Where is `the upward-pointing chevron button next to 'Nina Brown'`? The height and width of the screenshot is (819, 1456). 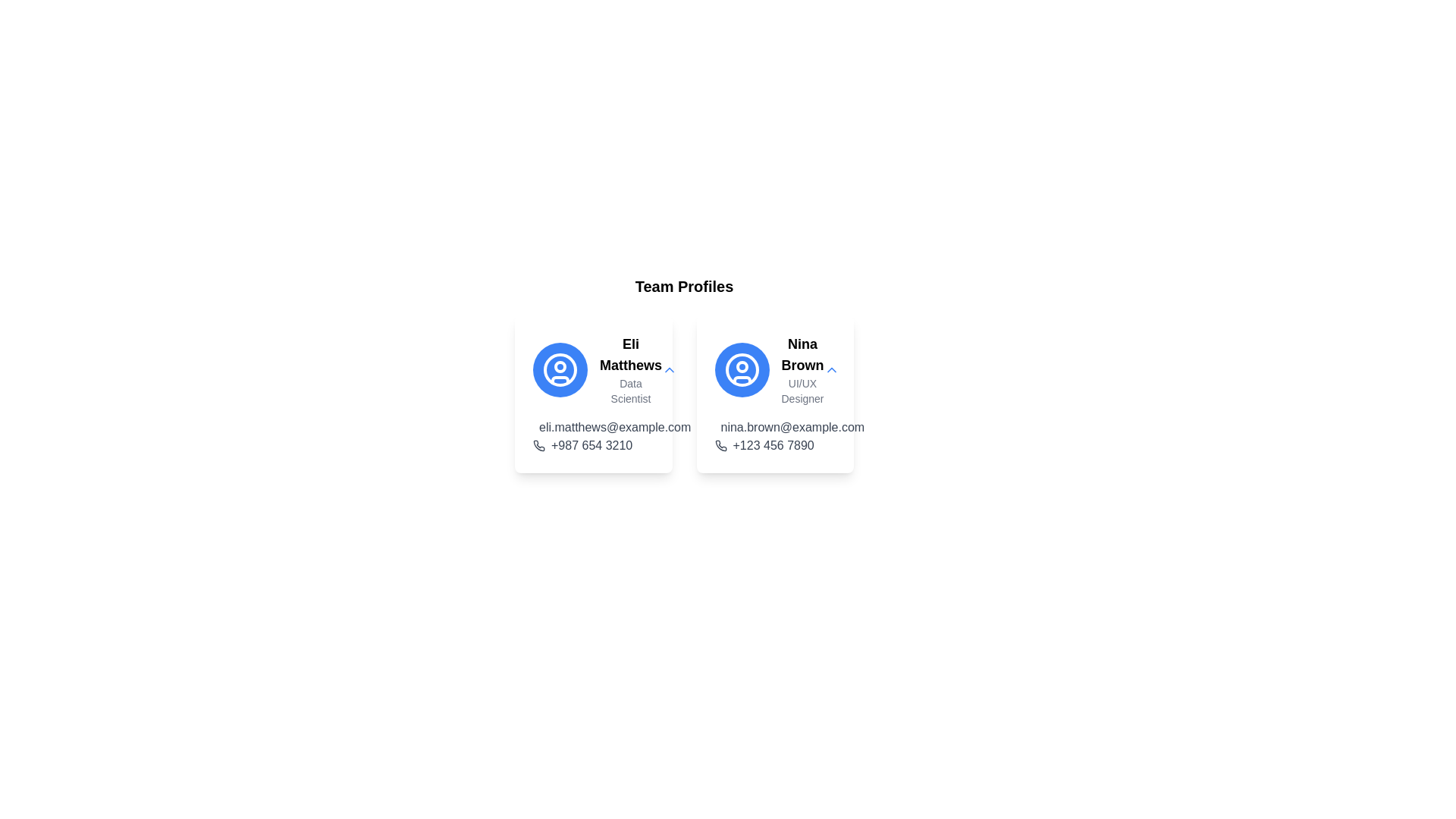 the upward-pointing chevron button next to 'Nina Brown' is located at coordinates (830, 370).